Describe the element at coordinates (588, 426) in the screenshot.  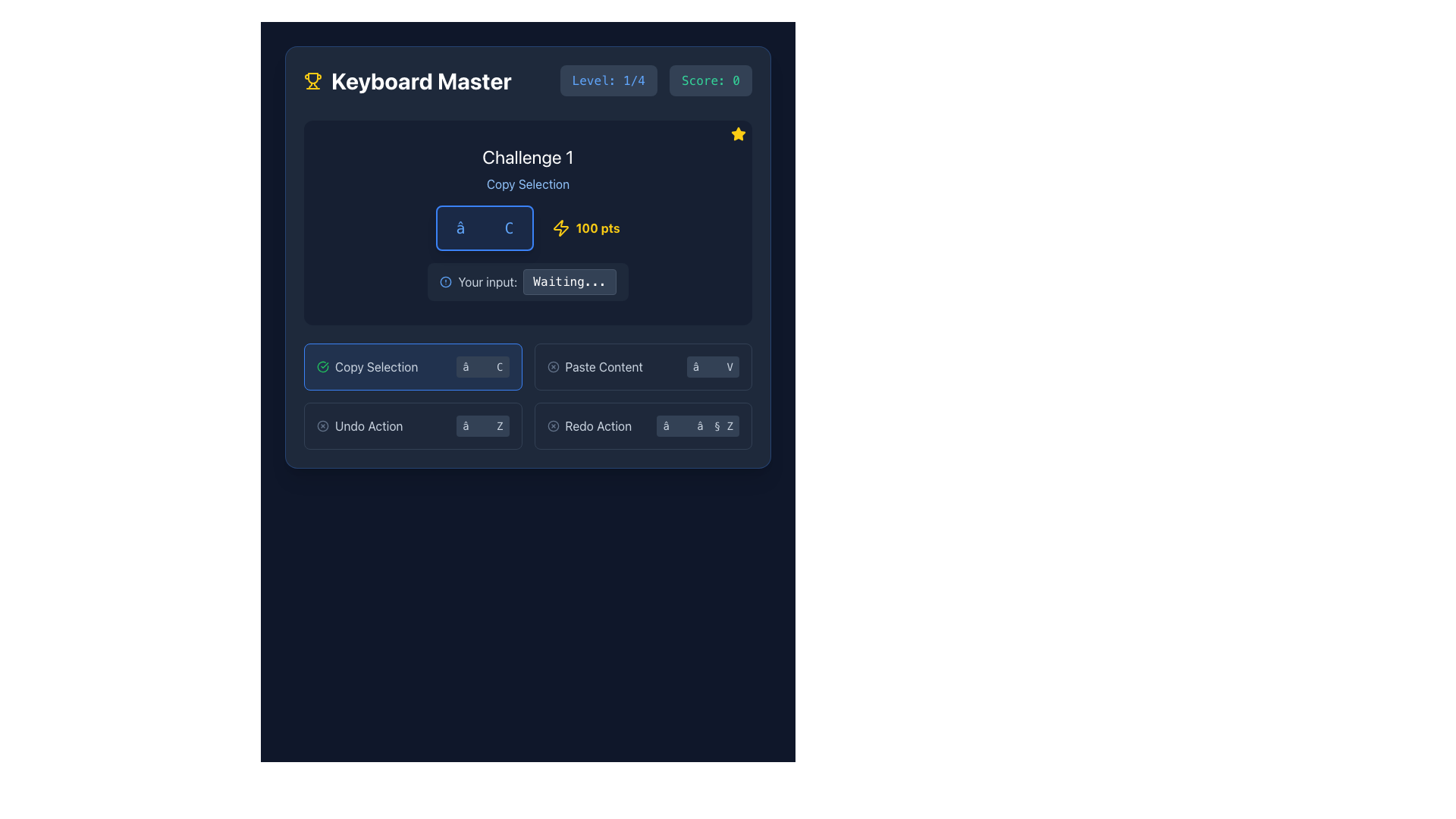
I see `the keyboard interaction on the 'Redo Action' button` at that location.